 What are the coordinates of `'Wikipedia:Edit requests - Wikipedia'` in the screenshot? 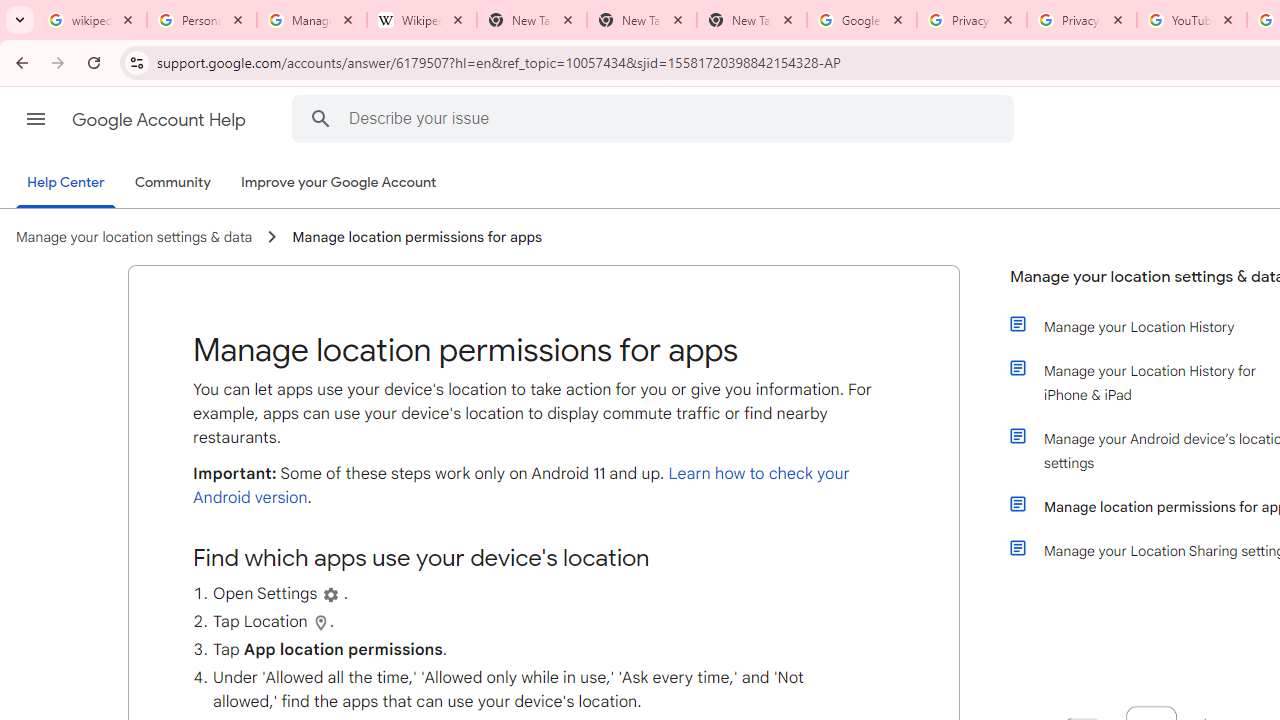 It's located at (421, 20).